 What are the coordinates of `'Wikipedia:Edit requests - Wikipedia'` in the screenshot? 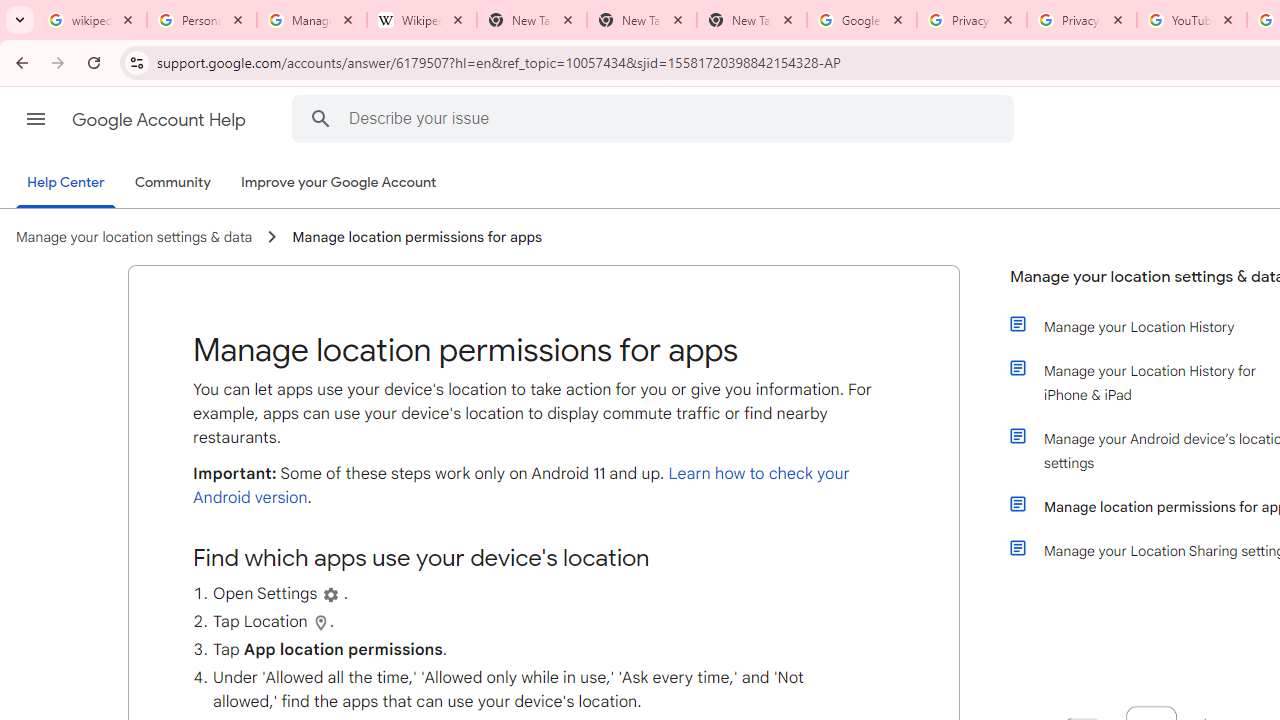 It's located at (421, 20).